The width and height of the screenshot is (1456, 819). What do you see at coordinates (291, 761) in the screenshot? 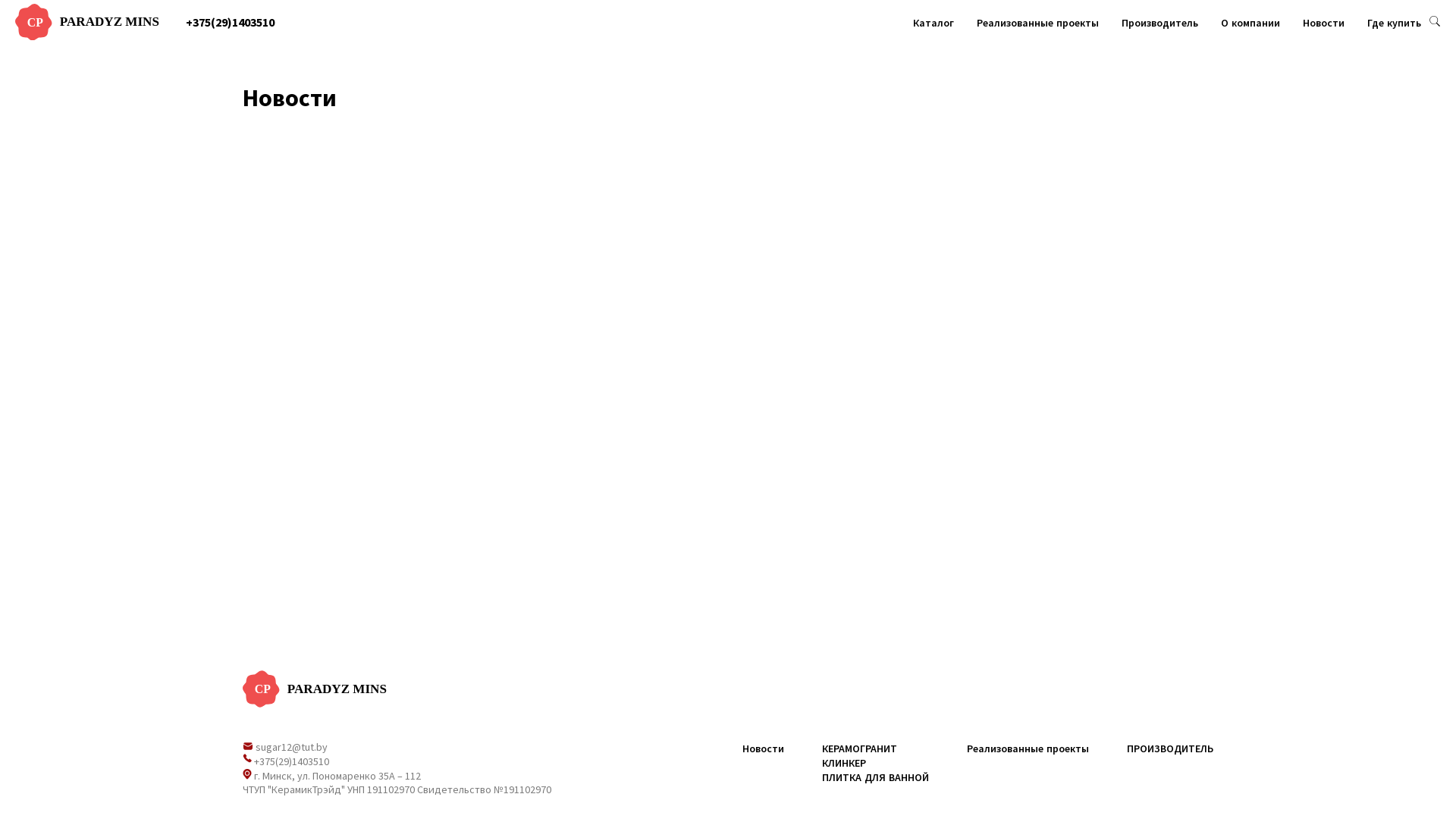
I see `'+375(29)1403510'` at bounding box center [291, 761].